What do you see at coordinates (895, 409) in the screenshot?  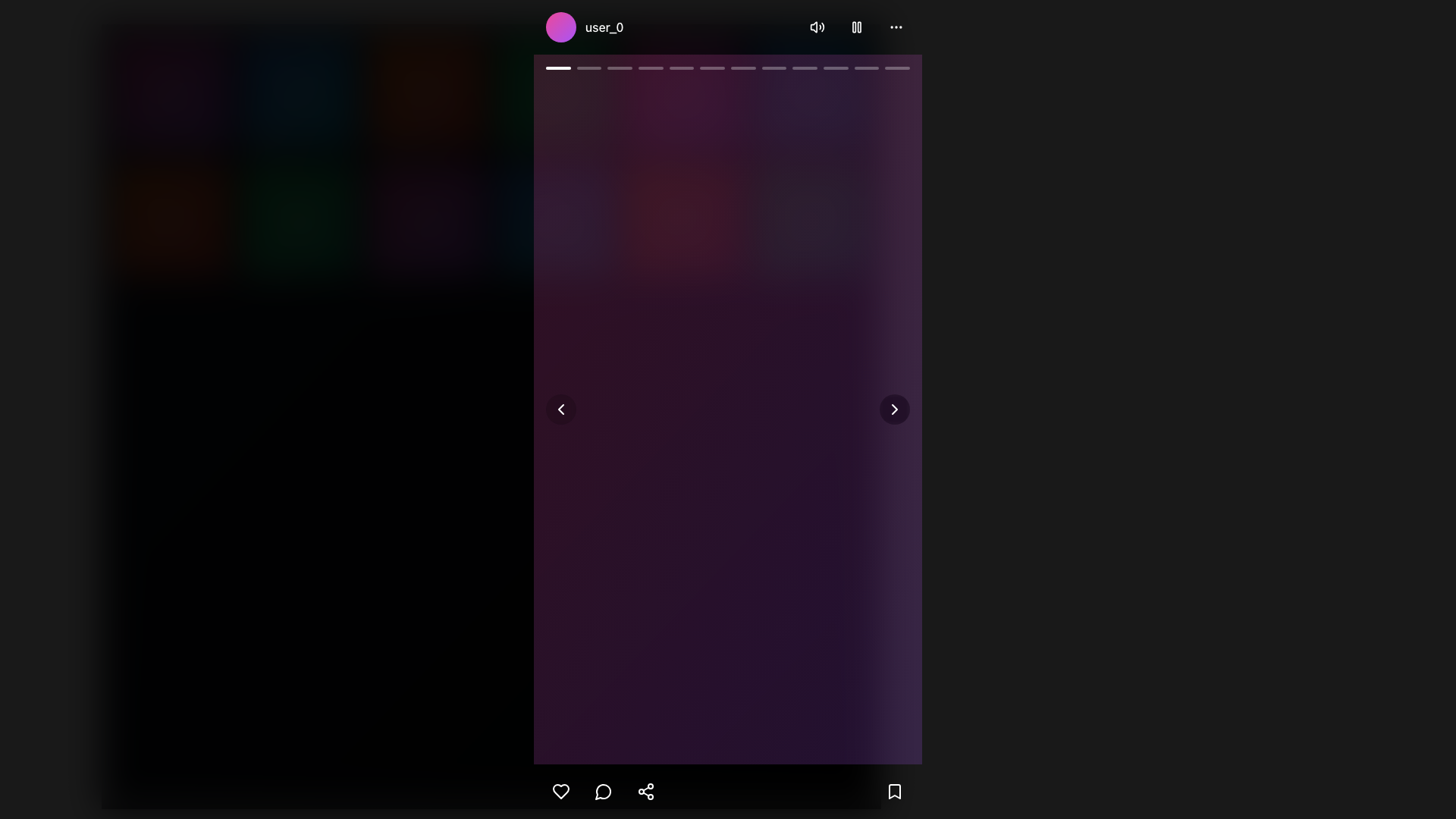 I see `the chevron icon located at the right-center of a circular button with a semi-transparent black background` at bounding box center [895, 409].